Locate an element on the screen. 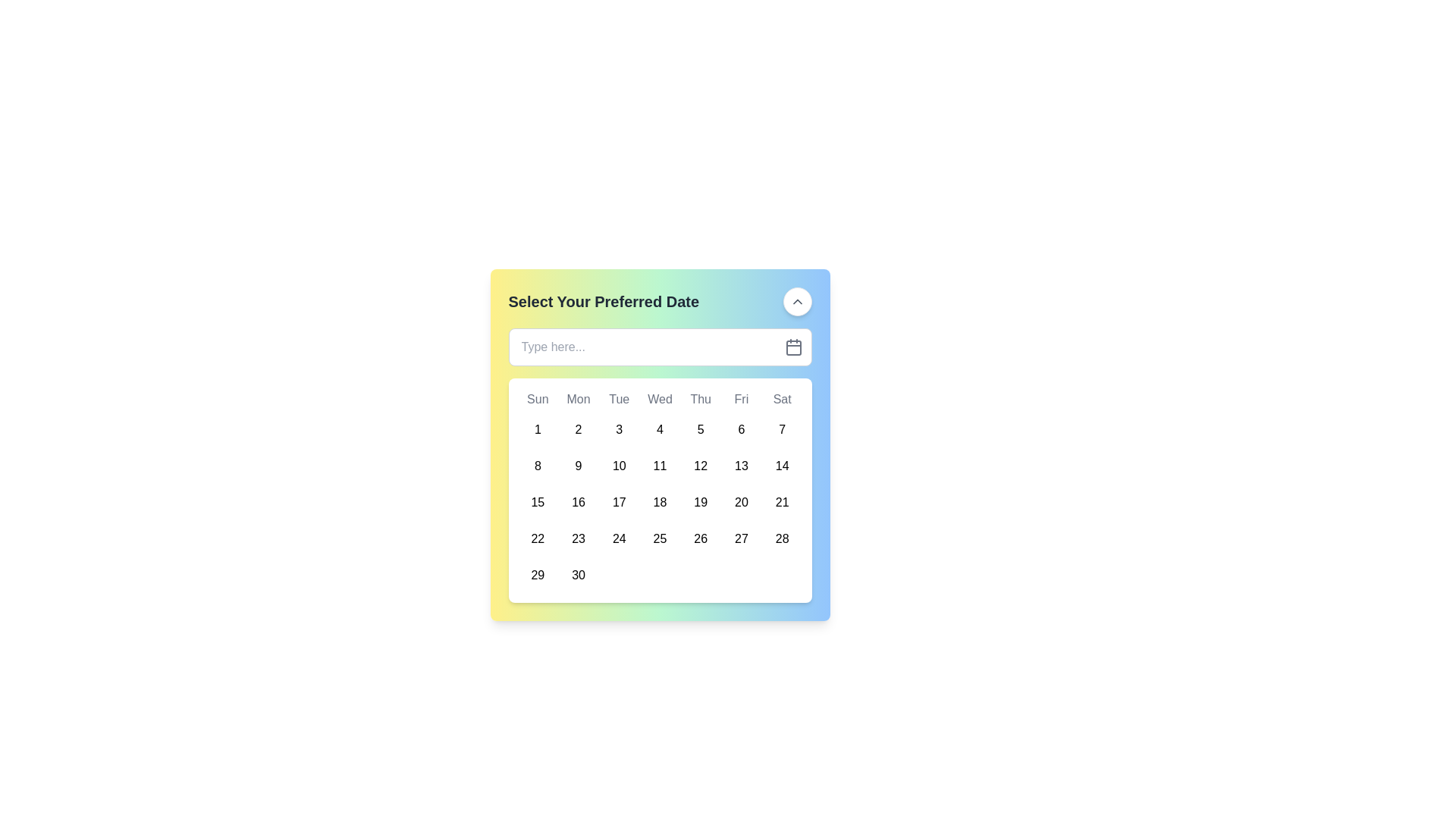 Image resolution: width=1456 pixels, height=819 pixels. the button labeled '15' which is styled in black bold font on a white circular background, located in the third row and first column of the calendar grid is located at coordinates (538, 503).